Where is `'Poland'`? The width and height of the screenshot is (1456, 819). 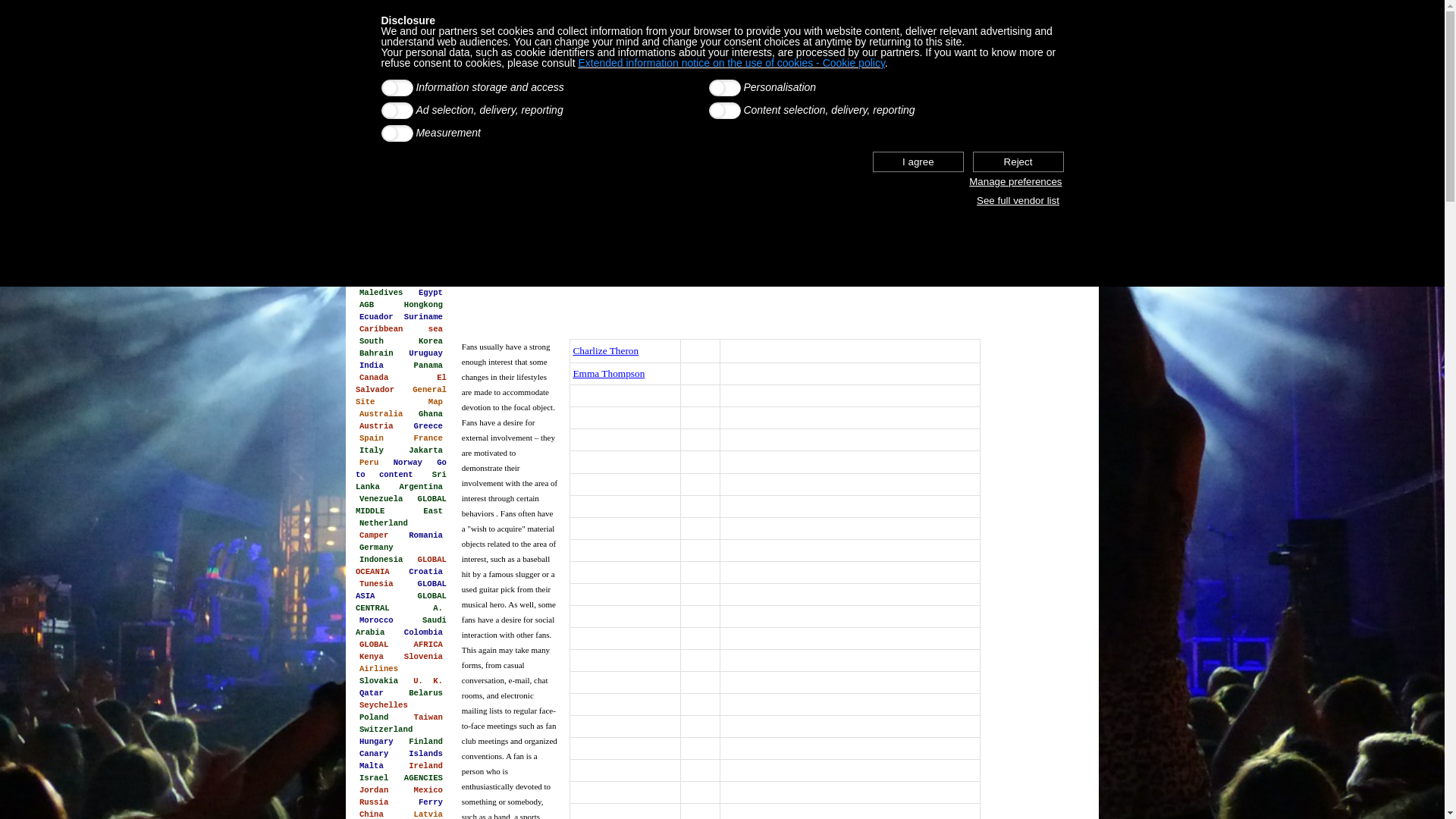 'Poland' is located at coordinates (374, 717).